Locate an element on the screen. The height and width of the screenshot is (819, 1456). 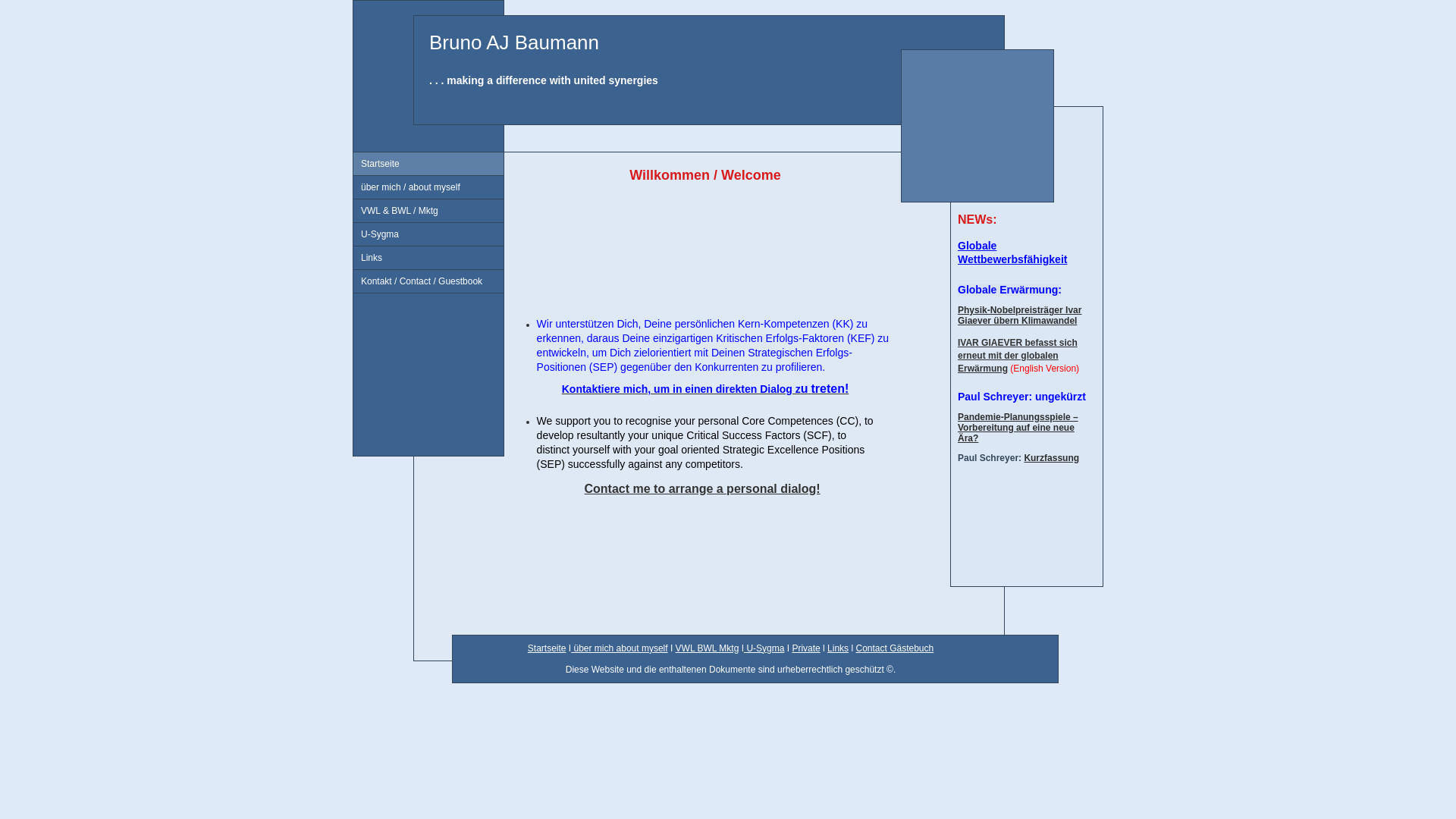
'Startseite' is located at coordinates (528, 648).